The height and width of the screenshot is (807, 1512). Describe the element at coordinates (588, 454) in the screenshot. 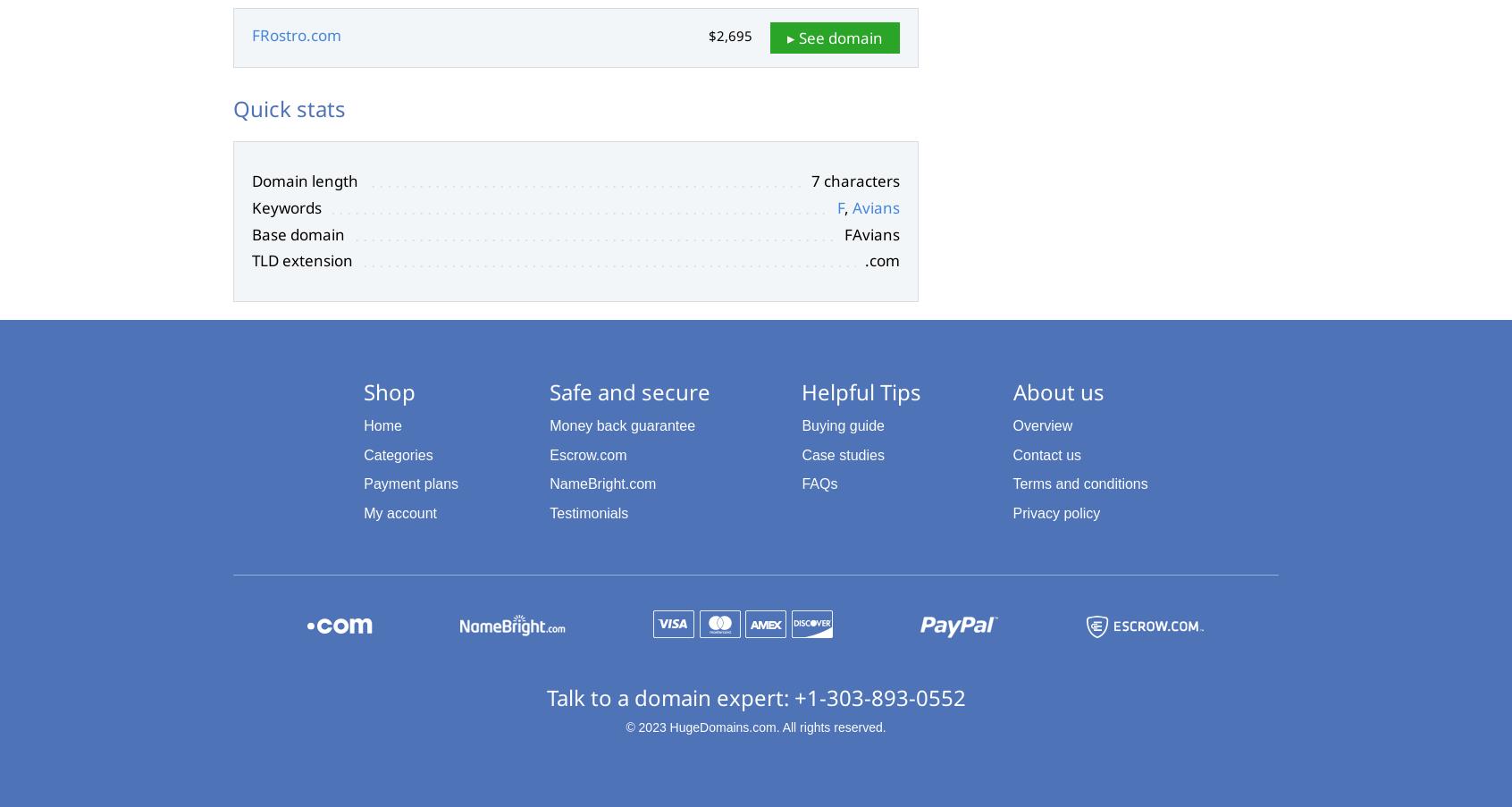

I see `'Escrow.com'` at that location.